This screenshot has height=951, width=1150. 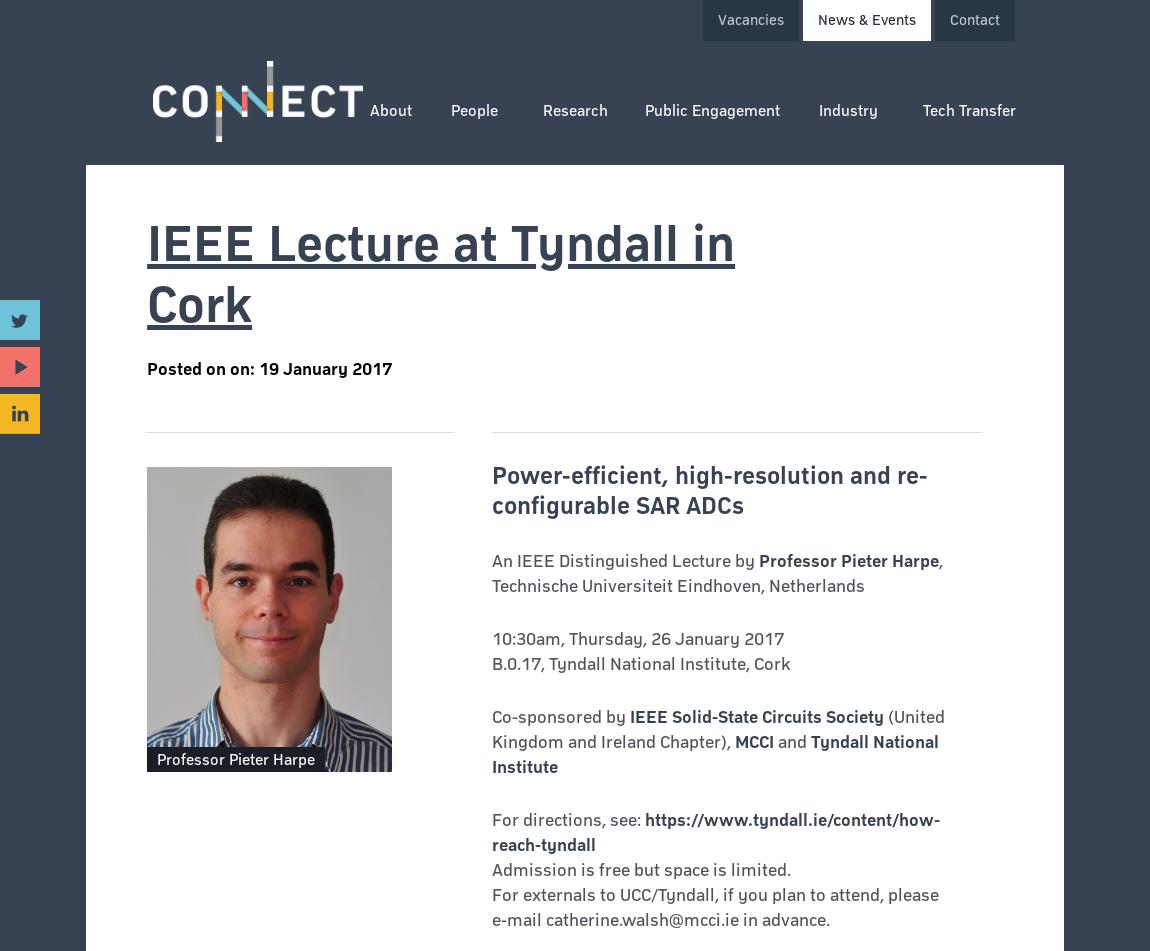 What do you see at coordinates (639, 662) in the screenshot?
I see `'B.0.17, Tyndall National Institute, Cork'` at bounding box center [639, 662].